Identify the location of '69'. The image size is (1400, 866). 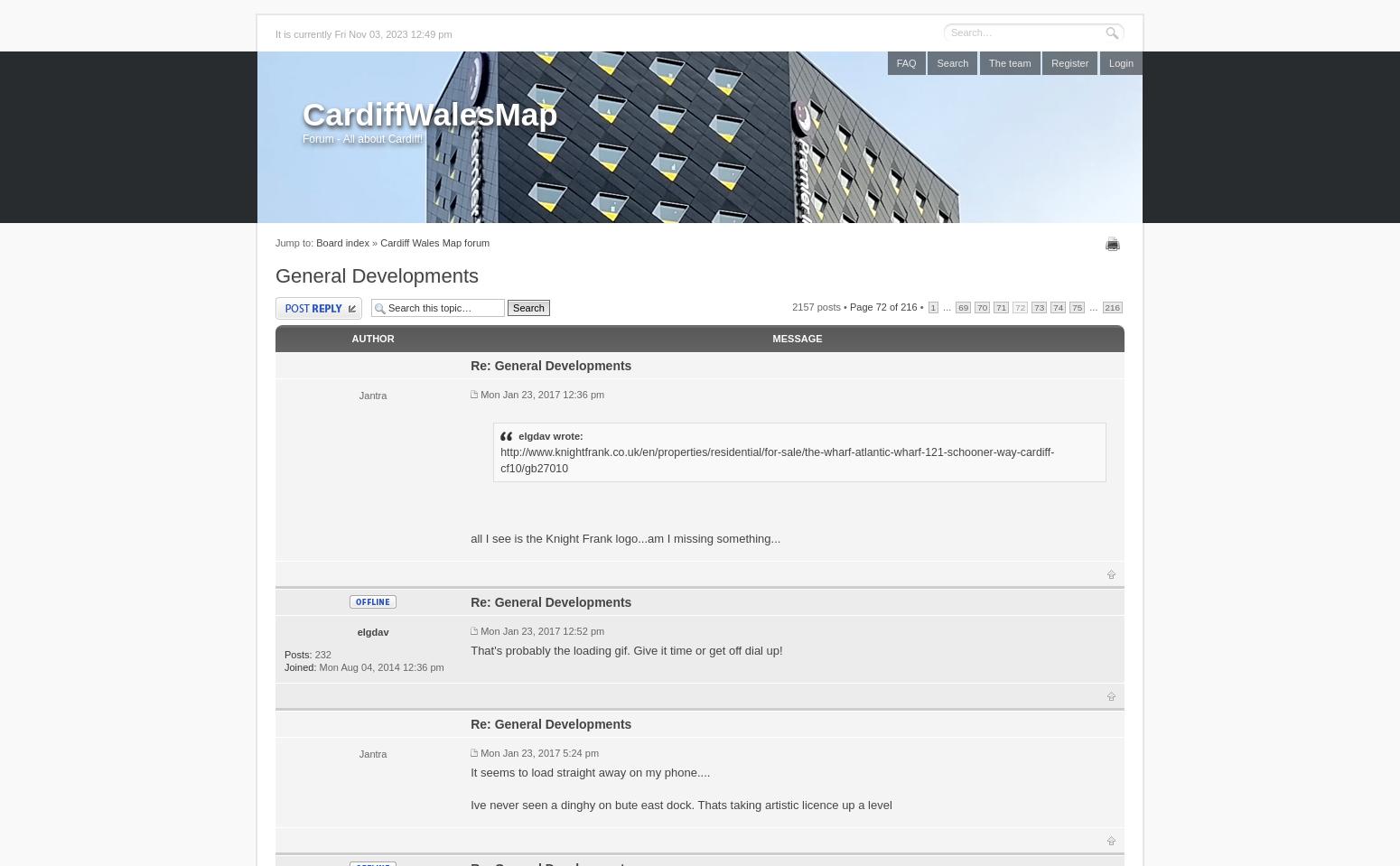
(957, 305).